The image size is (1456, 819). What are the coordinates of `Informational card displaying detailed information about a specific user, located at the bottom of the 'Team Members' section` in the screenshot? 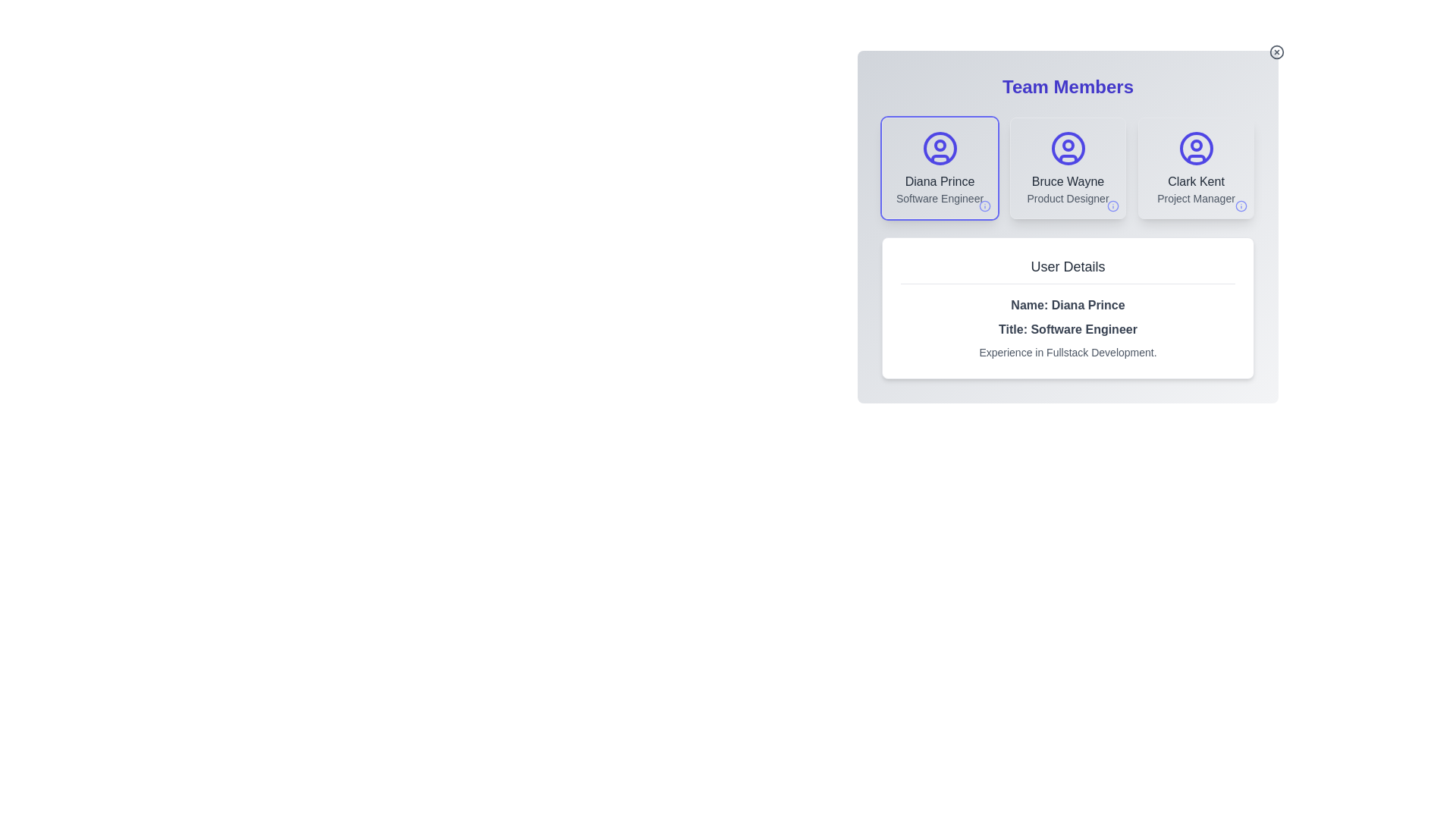 It's located at (1067, 307).